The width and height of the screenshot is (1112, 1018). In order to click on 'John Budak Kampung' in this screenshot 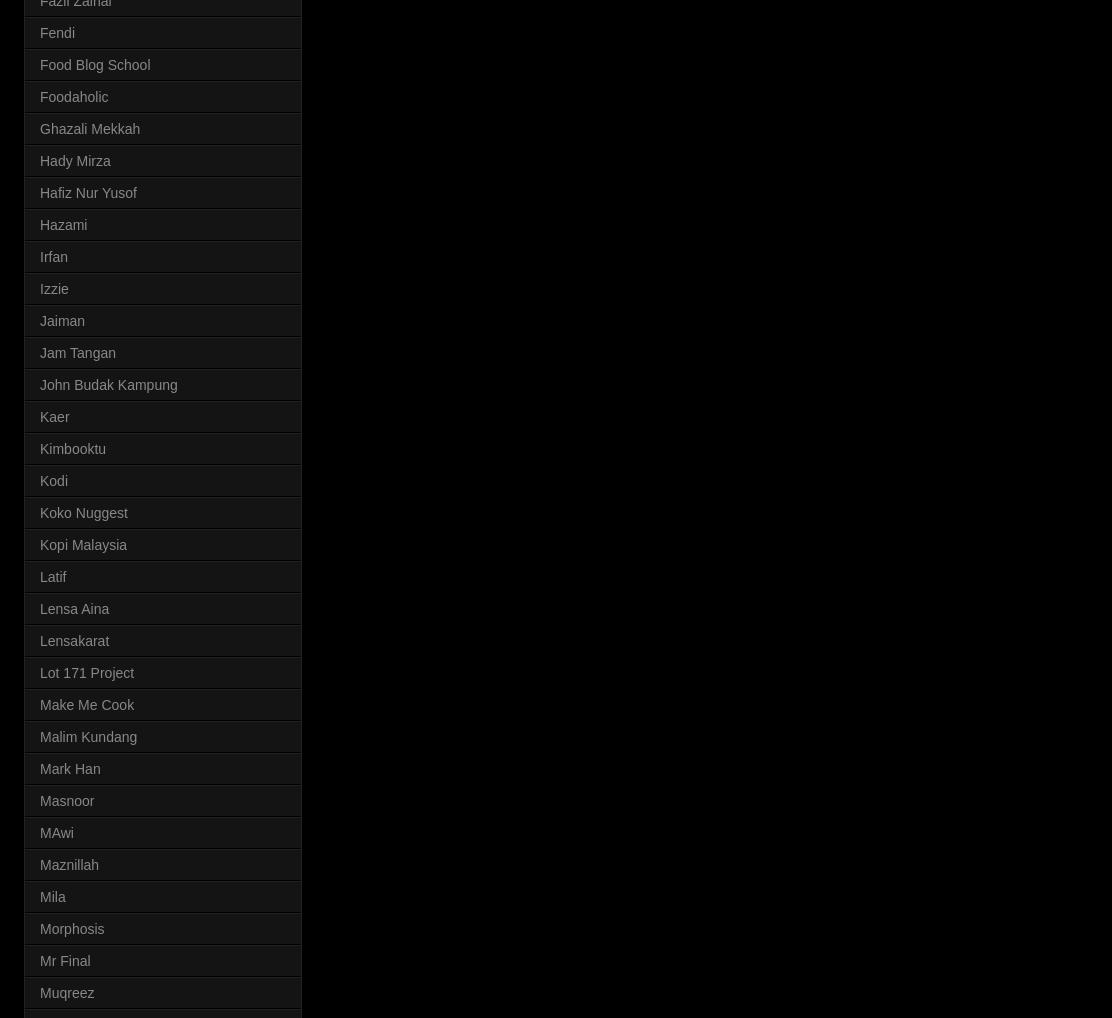, I will do `click(40, 383)`.